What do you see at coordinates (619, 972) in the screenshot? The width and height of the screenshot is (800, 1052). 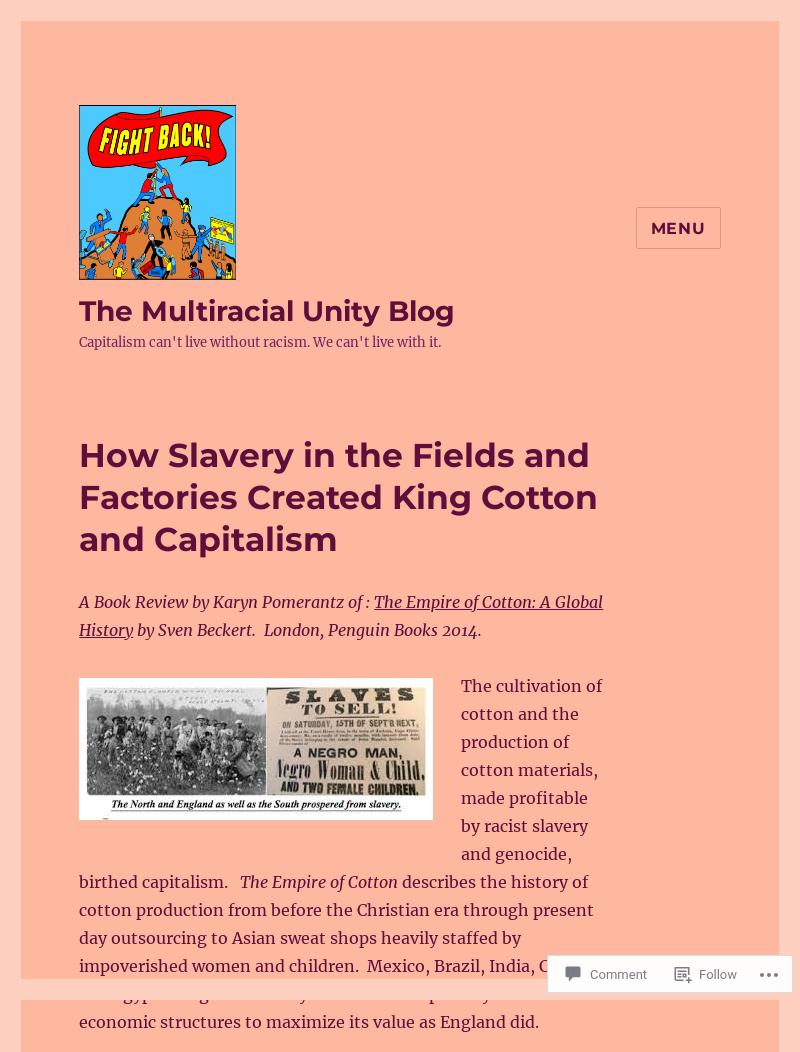 I see `'Comment'` at bounding box center [619, 972].